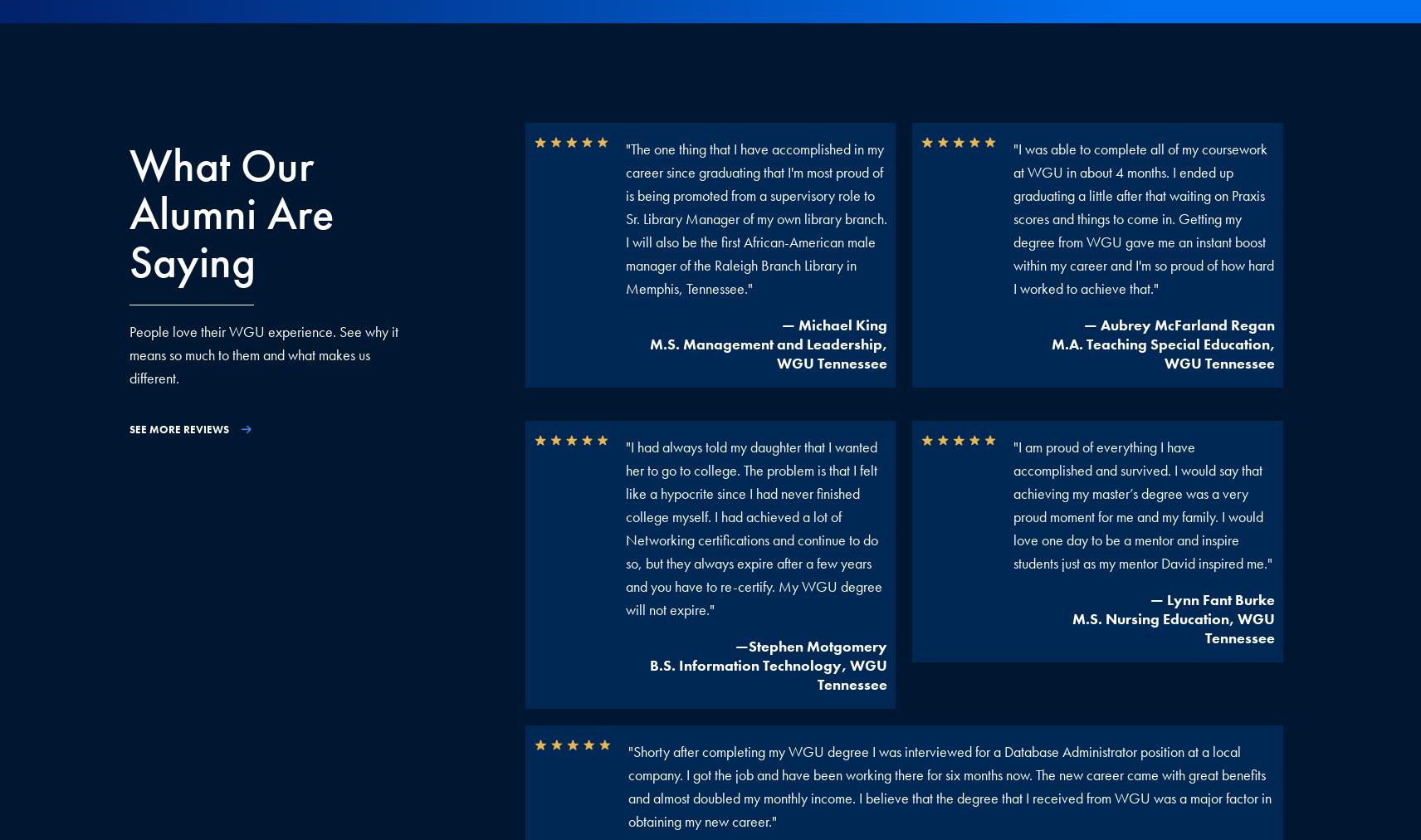  What do you see at coordinates (128, 428) in the screenshot?
I see `'SEE MORE REVIEWS'` at bounding box center [128, 428].